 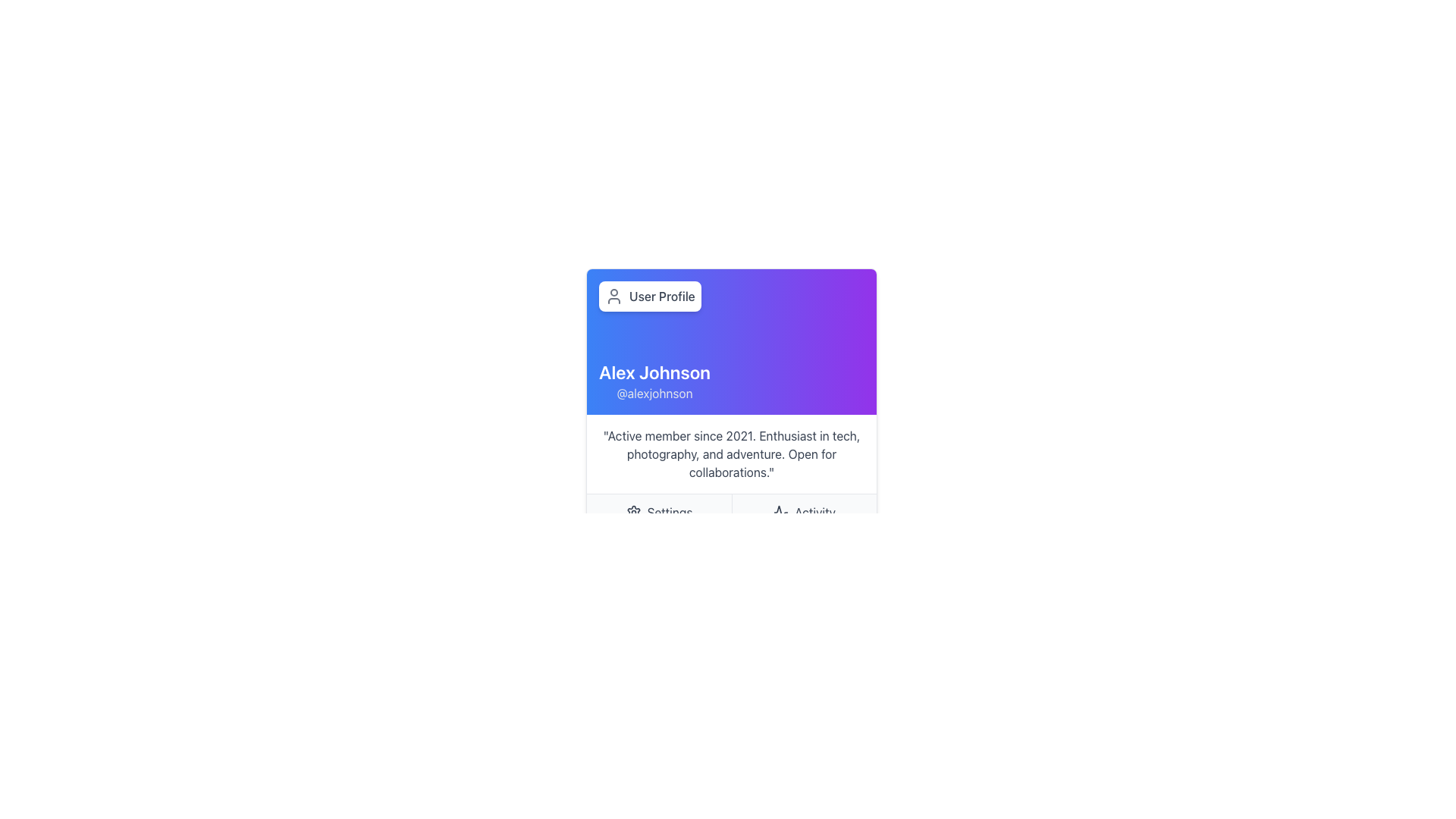 What do you see at coordinates (654, 393) in the screenshot?
I see `the static text displaying '@alexjohnson' in gray color, located below the name 'Alex Johnson' in the profile card` at bounding box center [654, 393].